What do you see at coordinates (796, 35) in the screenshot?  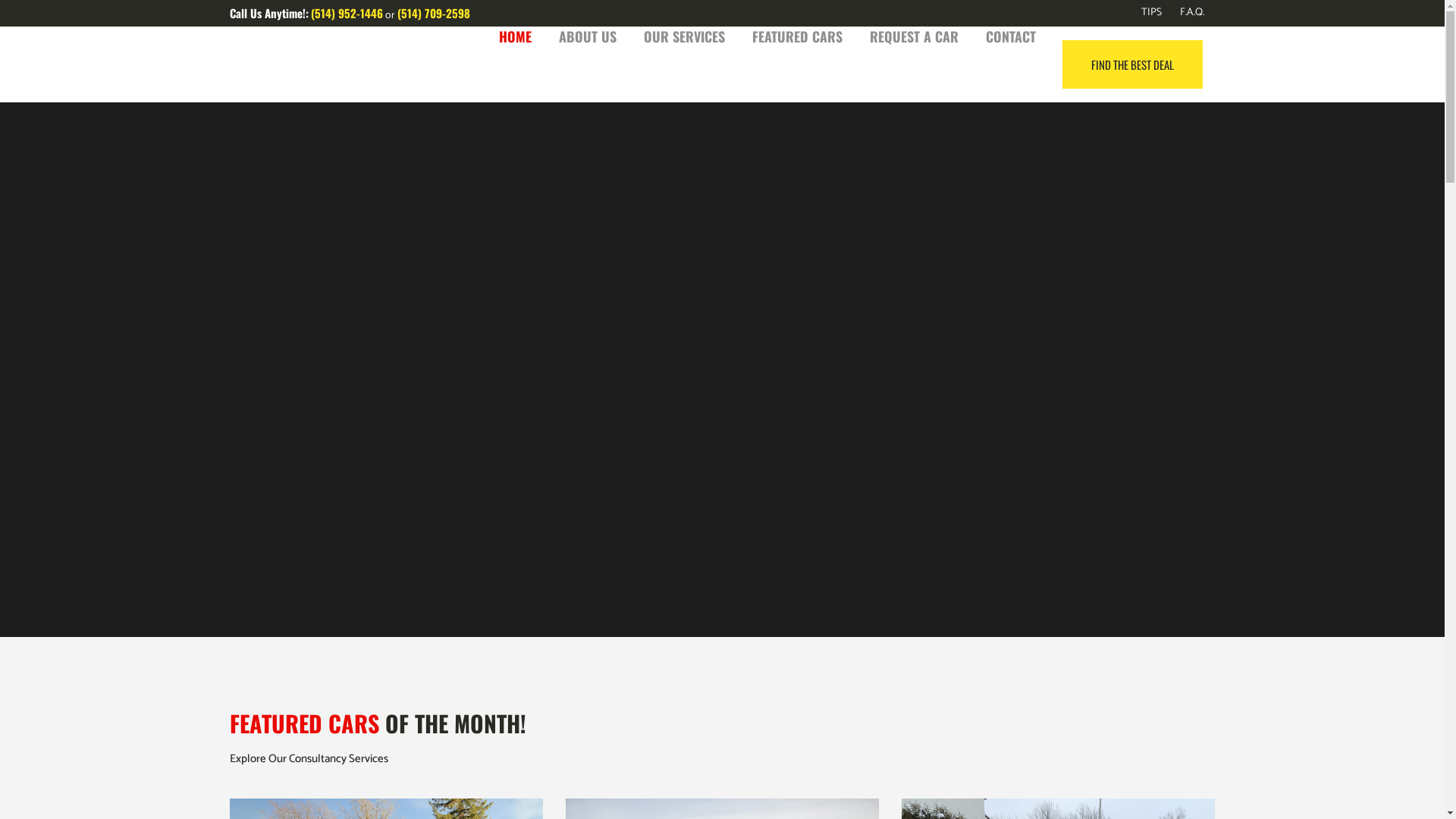 I see `'FEATURED CARS'` at bounding box center [796, 35].